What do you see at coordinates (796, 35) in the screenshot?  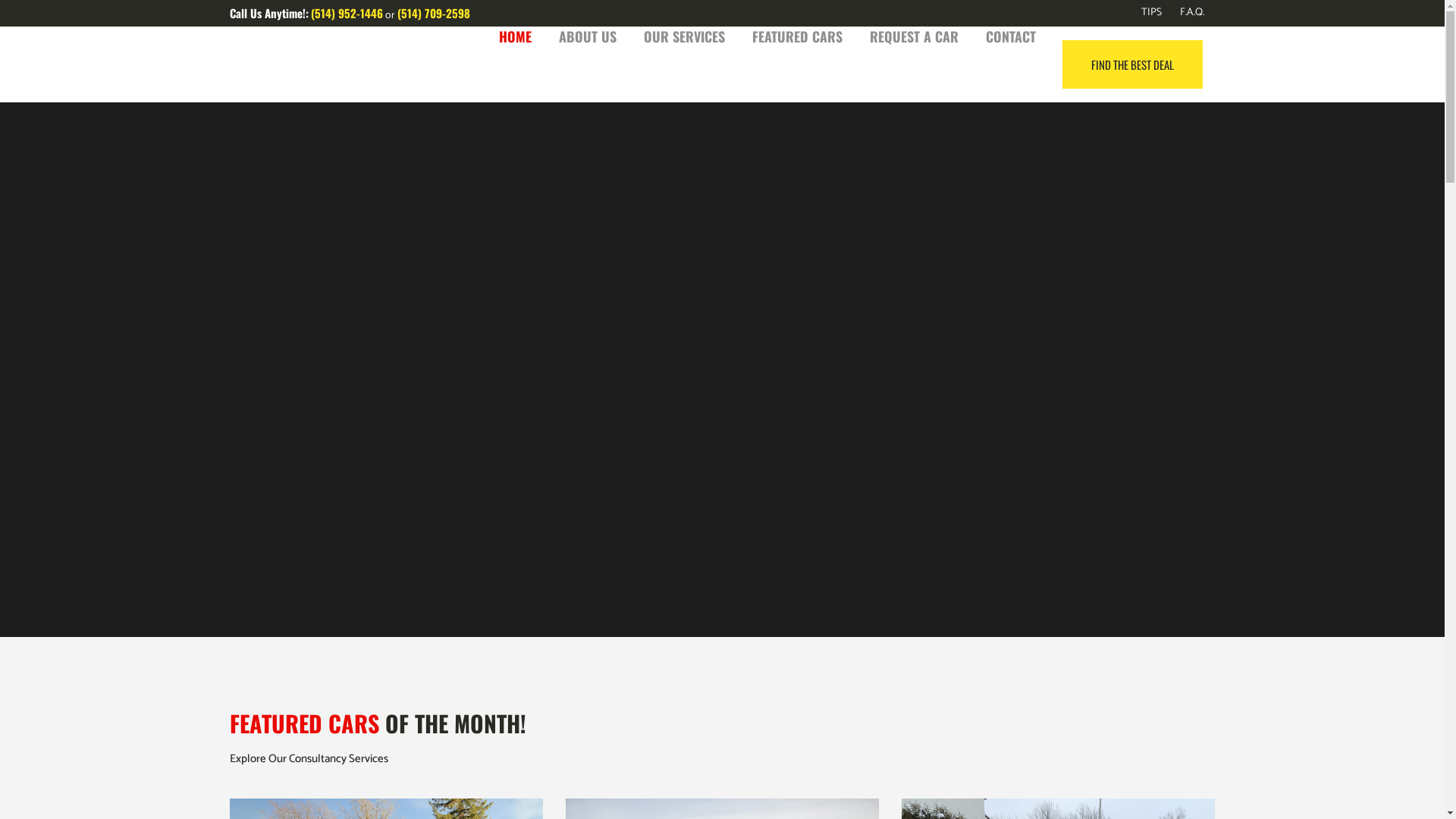 I see `'FEATURED CARS'` at bounding box center [796, 35].